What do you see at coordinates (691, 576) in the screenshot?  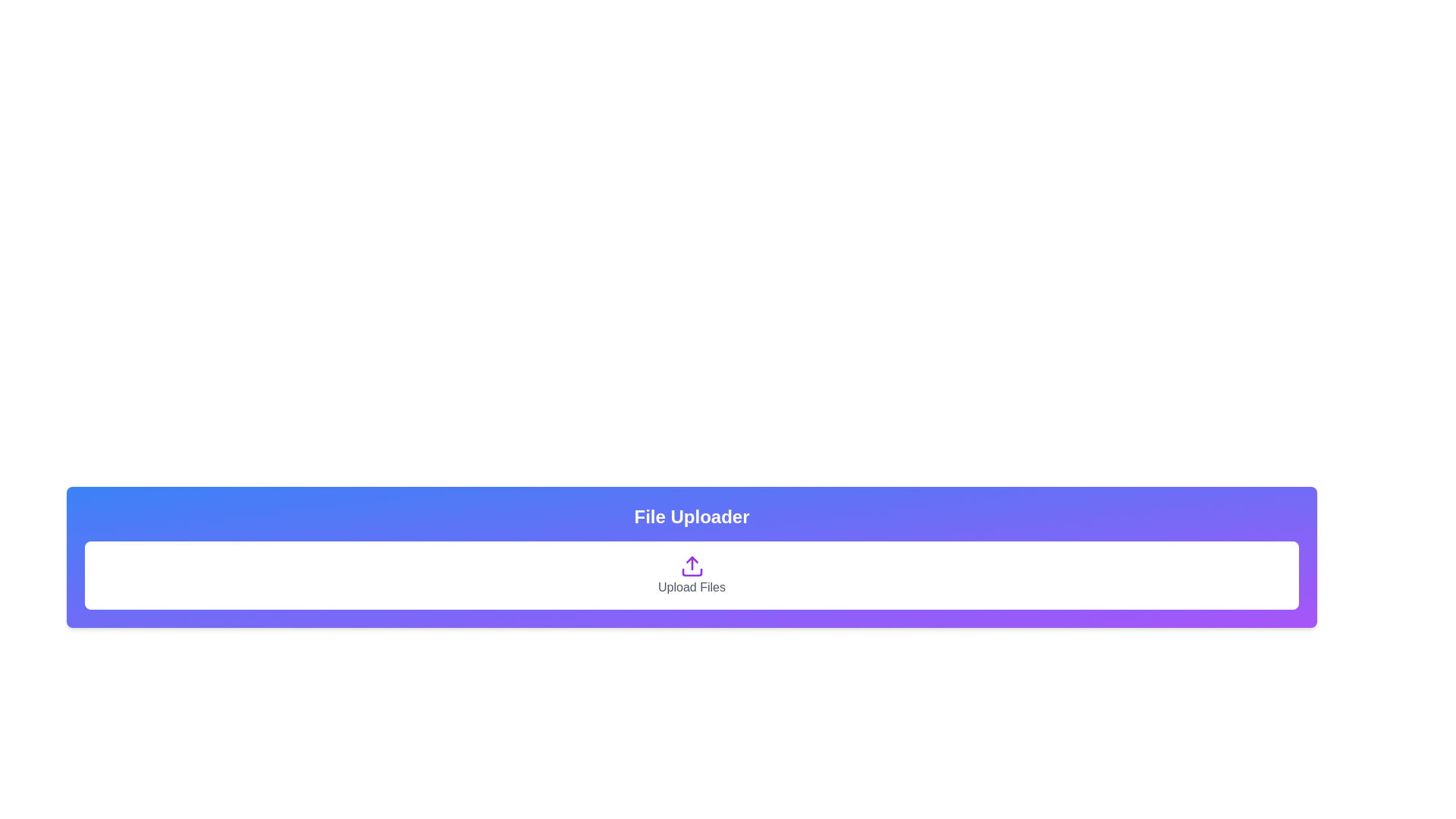 I see `the centered square-shaped clickable area for file upload, which has a dashed border and includes a purple upload icon with the text 'Upload Files' below it` at bounding box center [691, 576].